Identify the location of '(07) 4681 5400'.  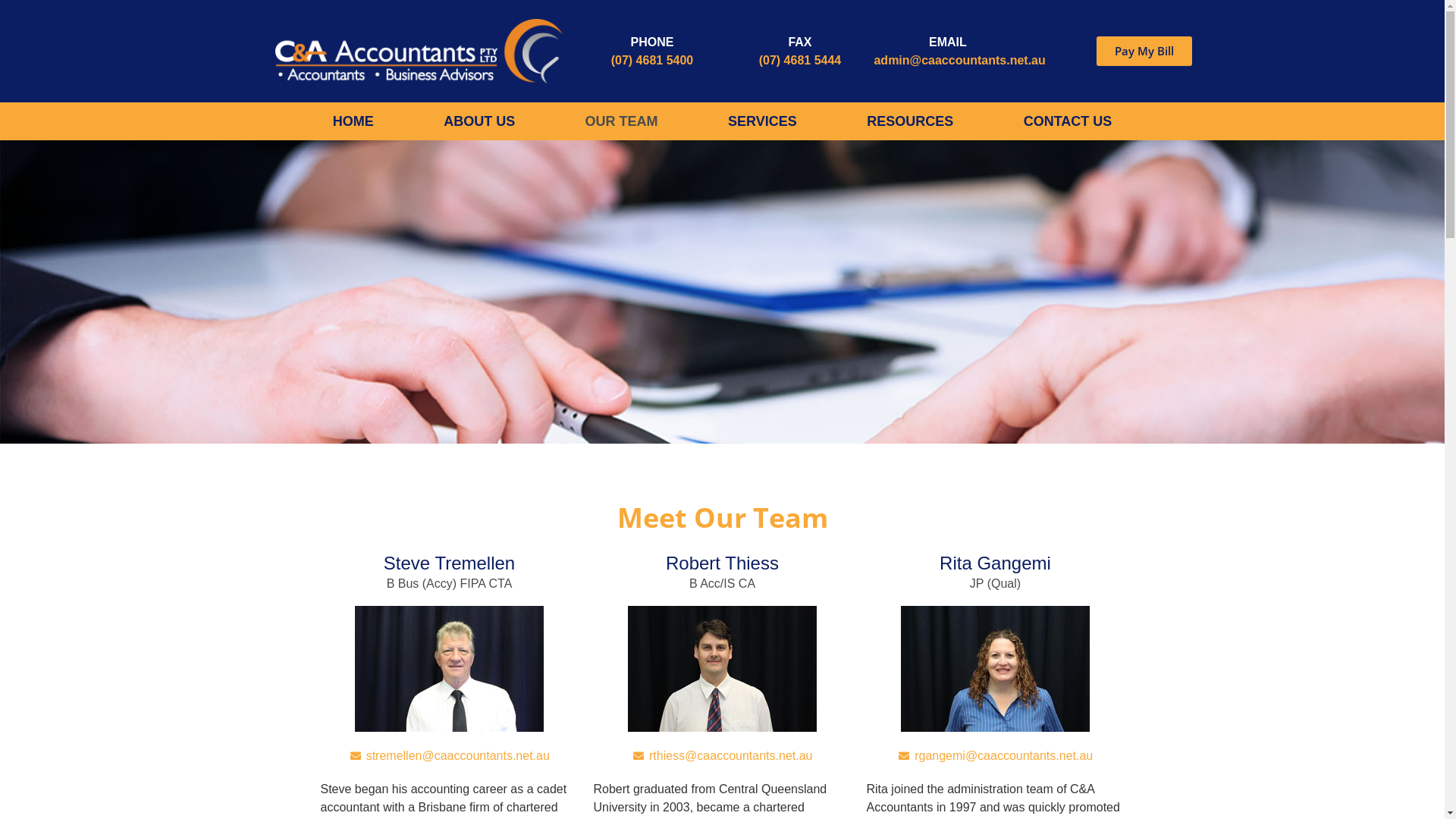
(652, 59).